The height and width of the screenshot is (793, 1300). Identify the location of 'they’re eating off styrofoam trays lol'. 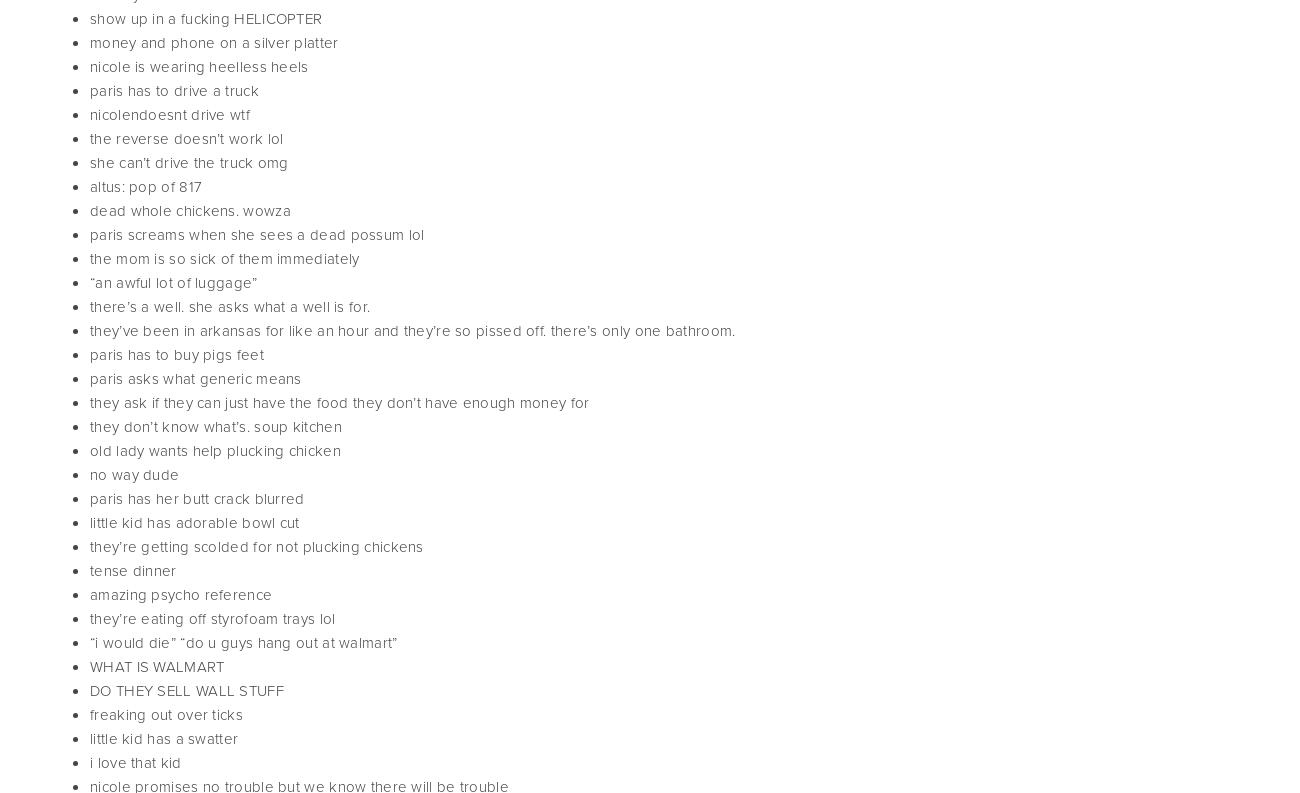
(212, 618).